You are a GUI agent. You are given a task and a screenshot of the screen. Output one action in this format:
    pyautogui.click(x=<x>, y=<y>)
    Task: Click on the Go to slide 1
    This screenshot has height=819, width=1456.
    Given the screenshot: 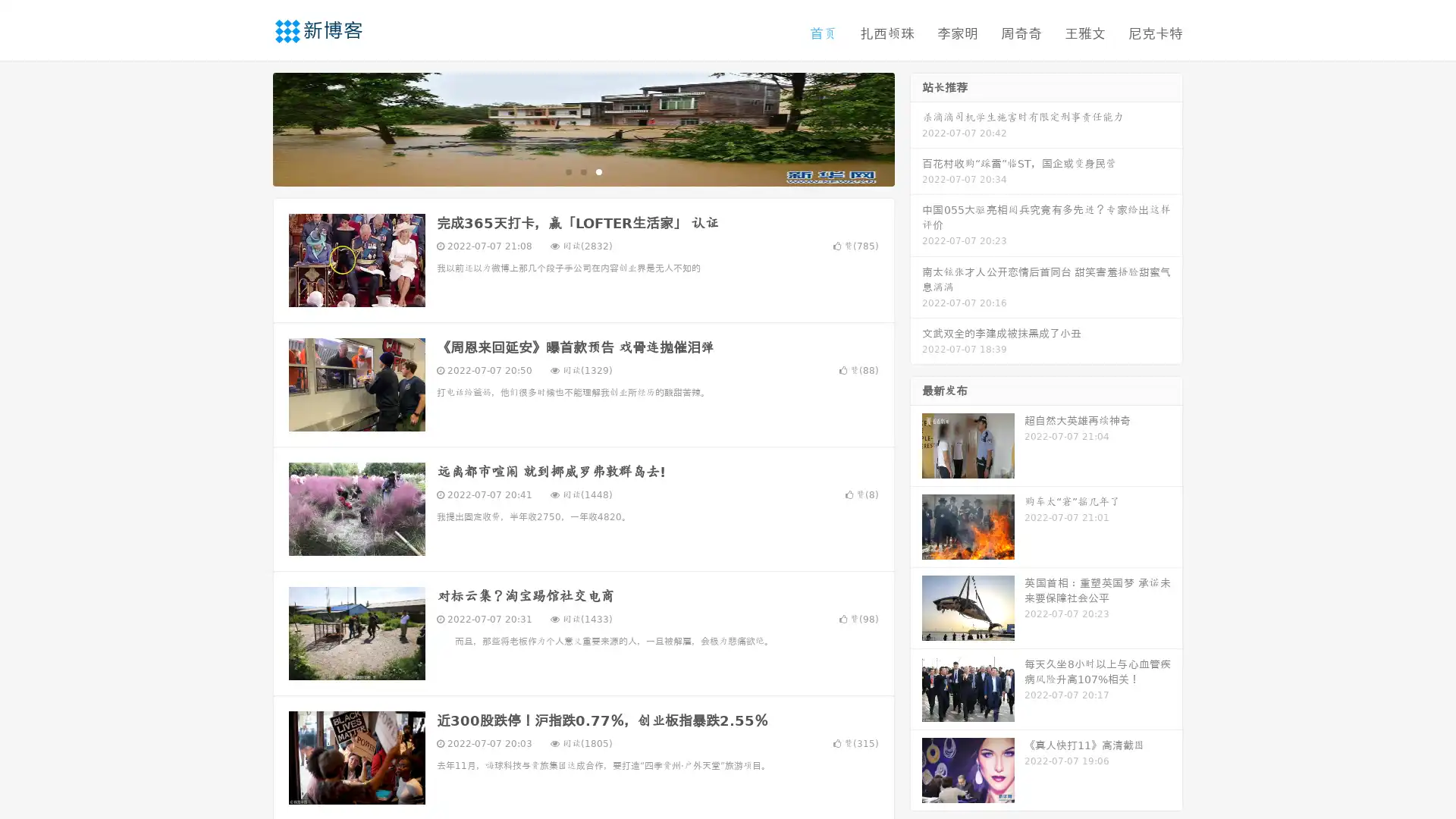 What is the action you would take?
    pyautogui.click(x=567, y=171)
    